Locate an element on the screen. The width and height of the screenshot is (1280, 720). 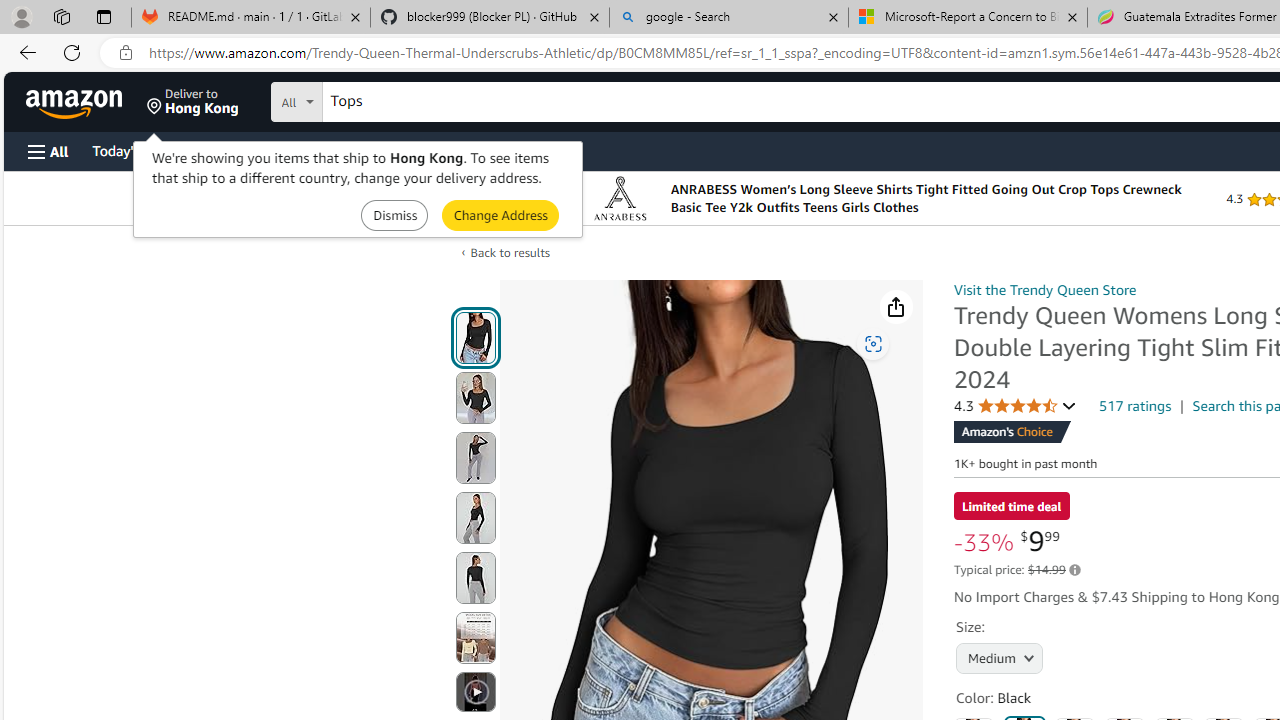
'Amazon' is located at coordinates (76, 101).